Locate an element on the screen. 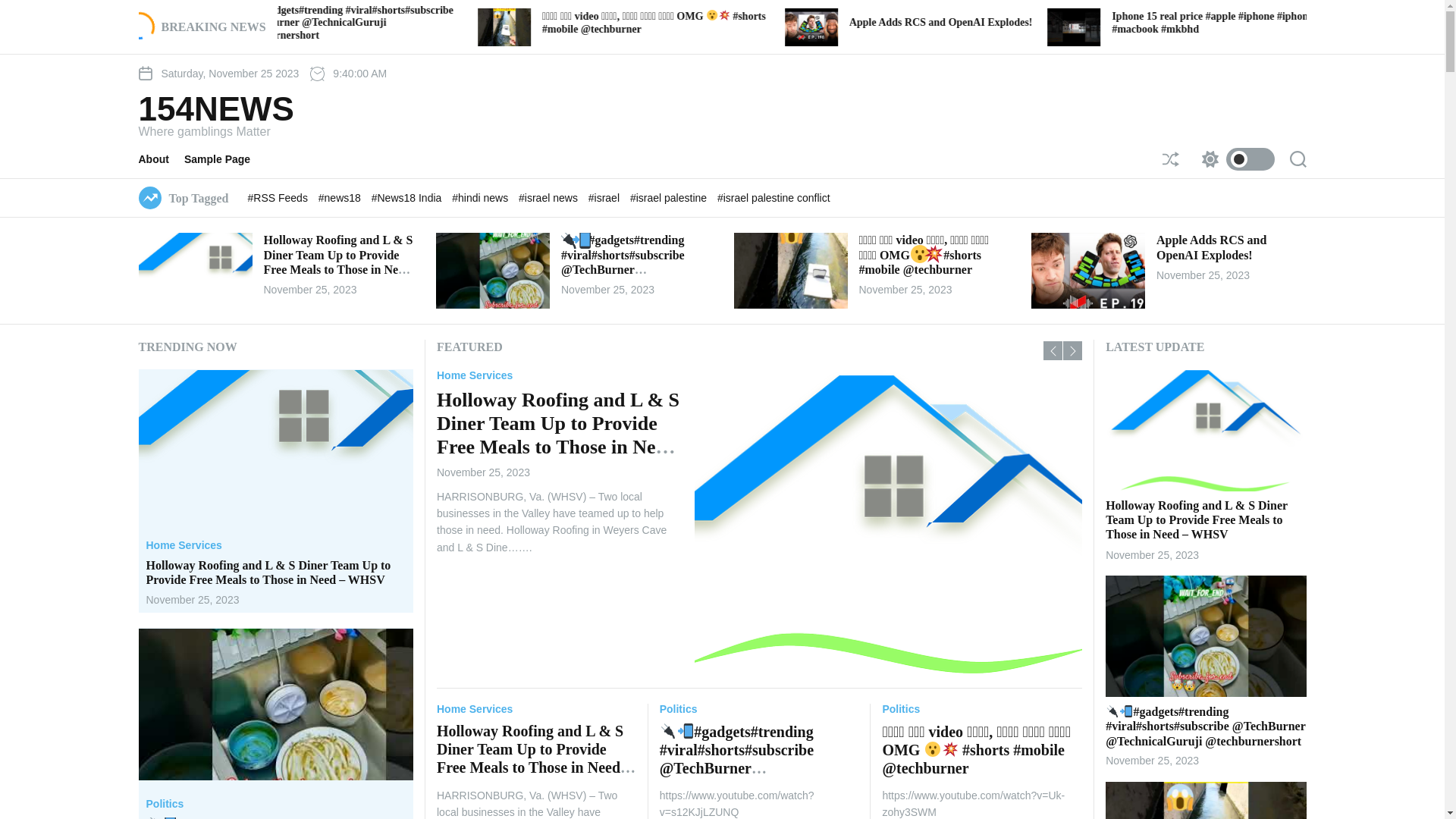 The width and height of the screenshot is (1456, 819). '#RSS Feeds' is located at coordinates (279, 197).